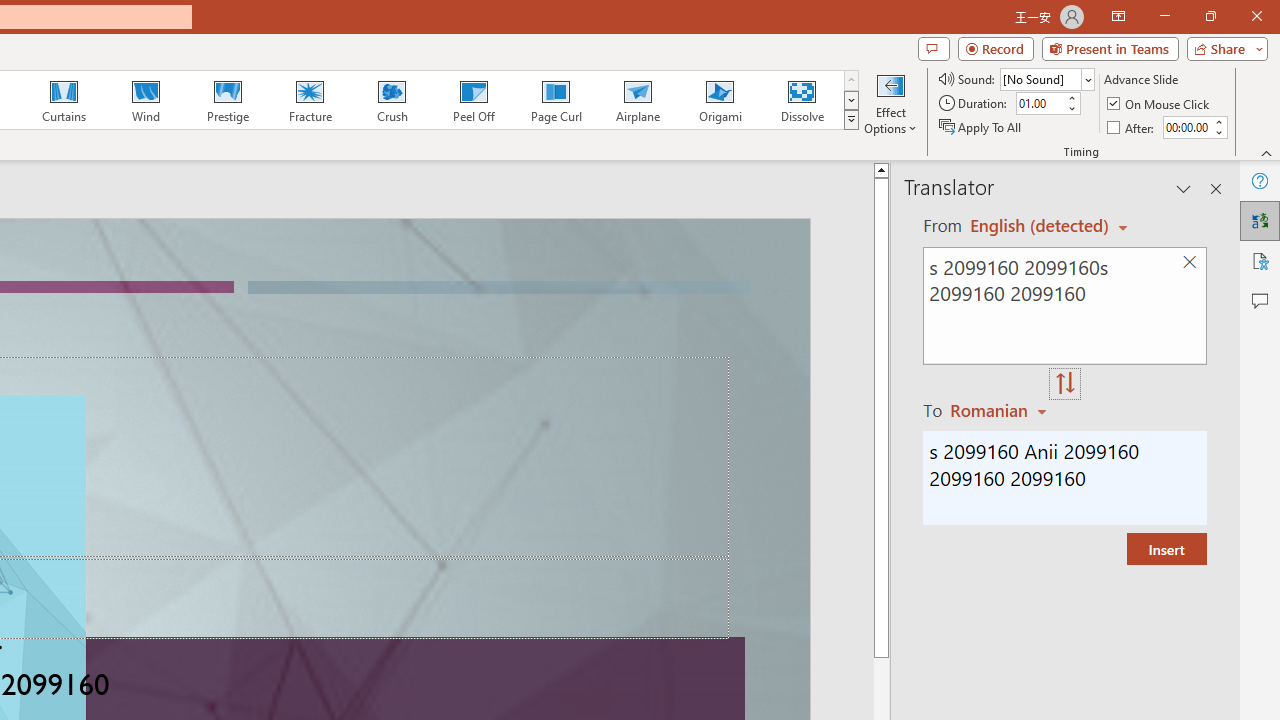 This screenshot has width=1280, height=720. Describe the element at coordinates (555, 100) in the screenshot. I see `'Page Curl'` at that location.